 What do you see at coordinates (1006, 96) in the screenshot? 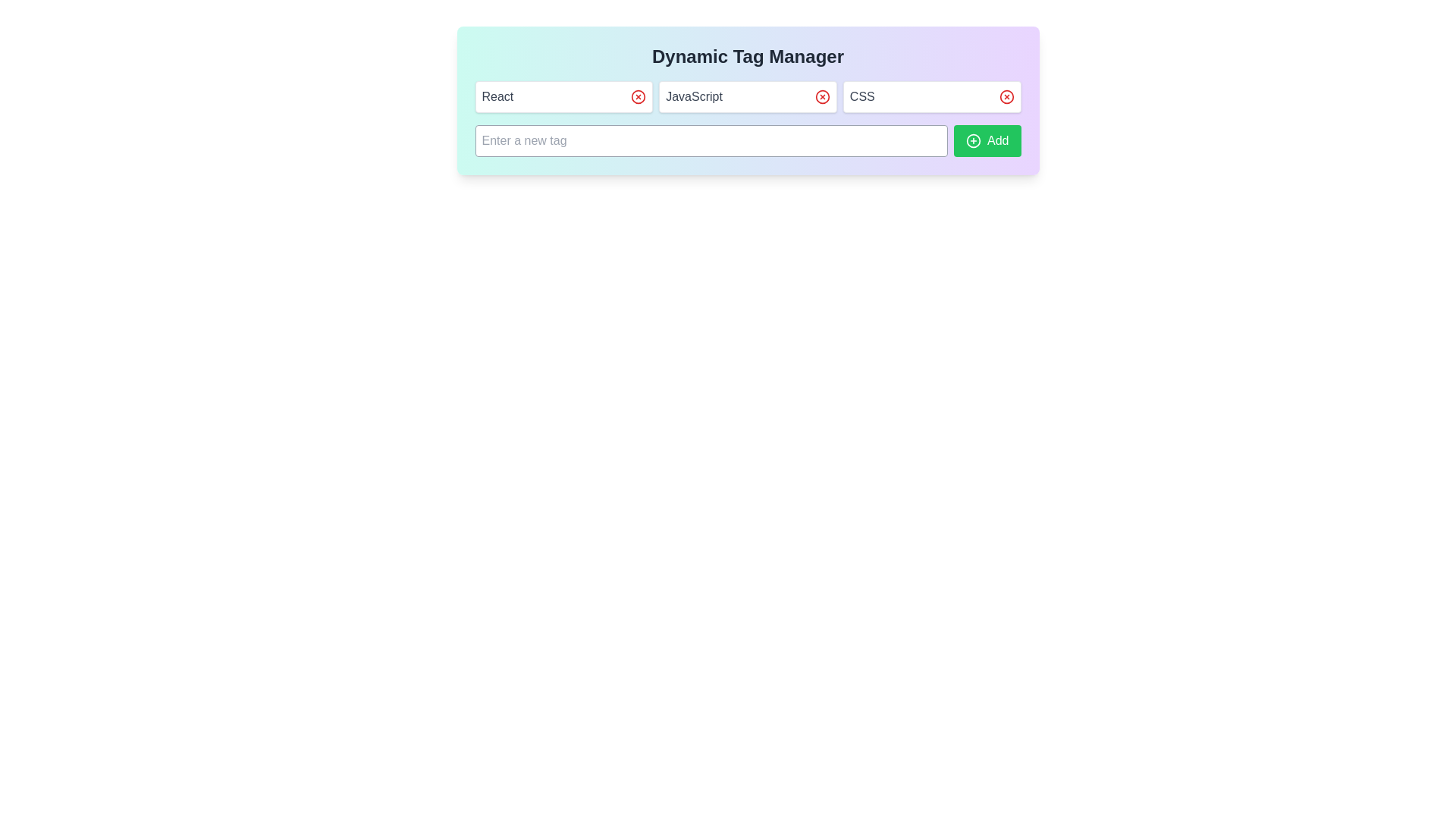
I see `the Remove button for the tag CSS` at bounding box center [1006, 96].